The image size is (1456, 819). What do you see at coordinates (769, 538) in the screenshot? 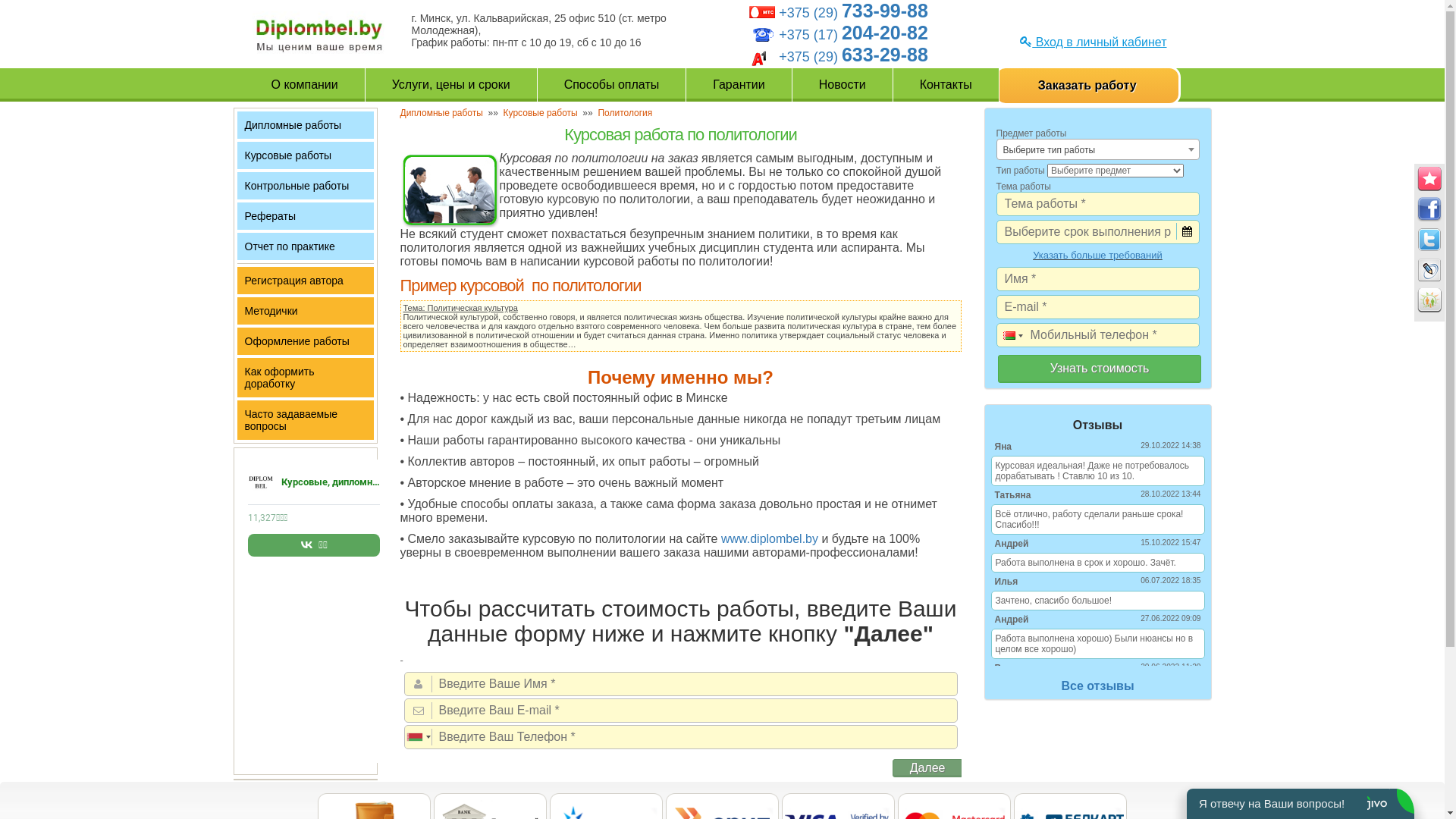
I see `'www.diplombel.by'` at bounding box center [769, 538].